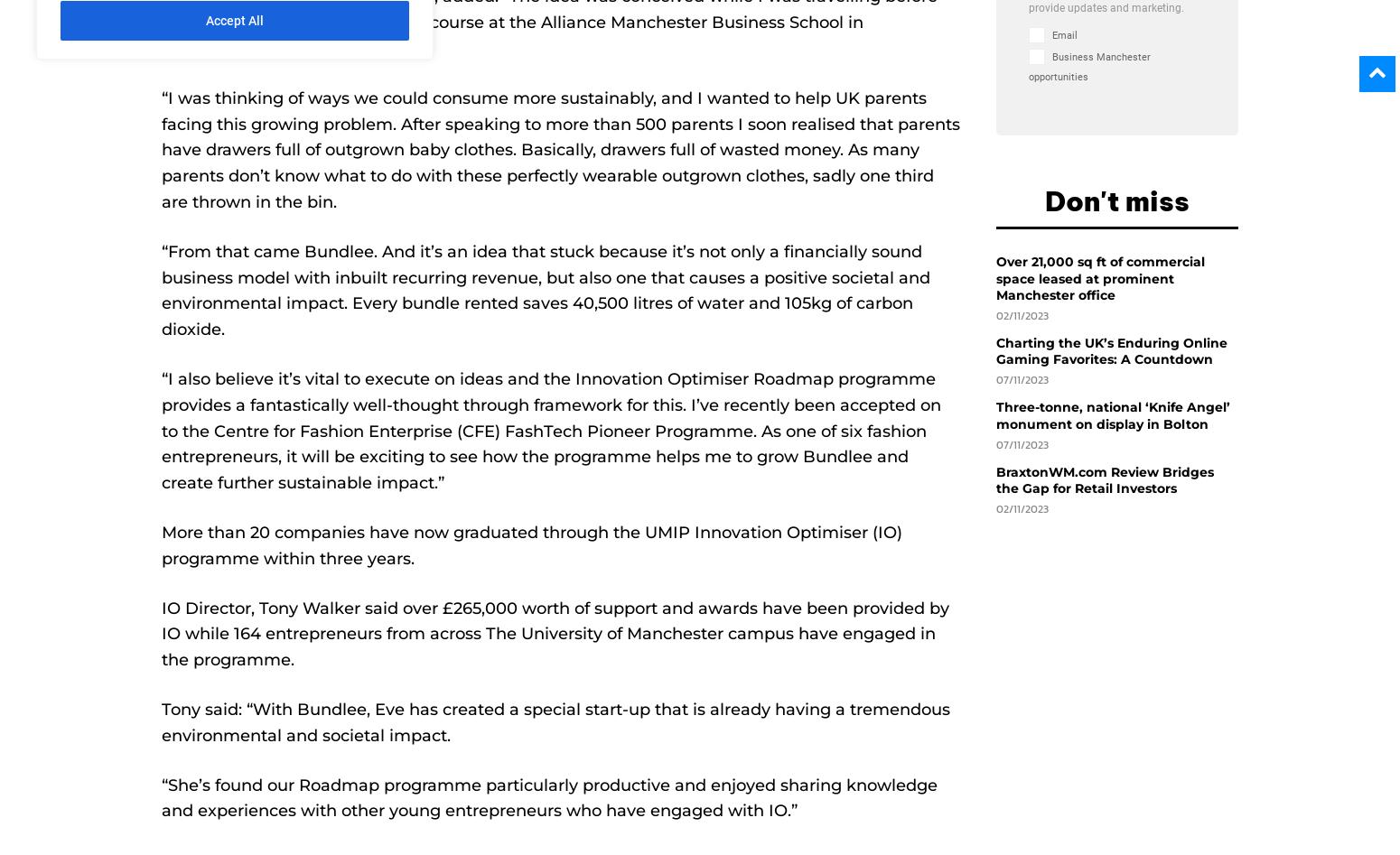  Describe the element at coordinates (546, 289) in the screenshot. I see `'“From that came Bundlee. And it’s an idea that stuck because it’s not only a financially sound business model with inbuilt recurring revenue, but also one that causes a positive societal and environmental impact. Every bundle rented saves 40,500 litres of water and 105kg of carbon dioxide.'` at that location.